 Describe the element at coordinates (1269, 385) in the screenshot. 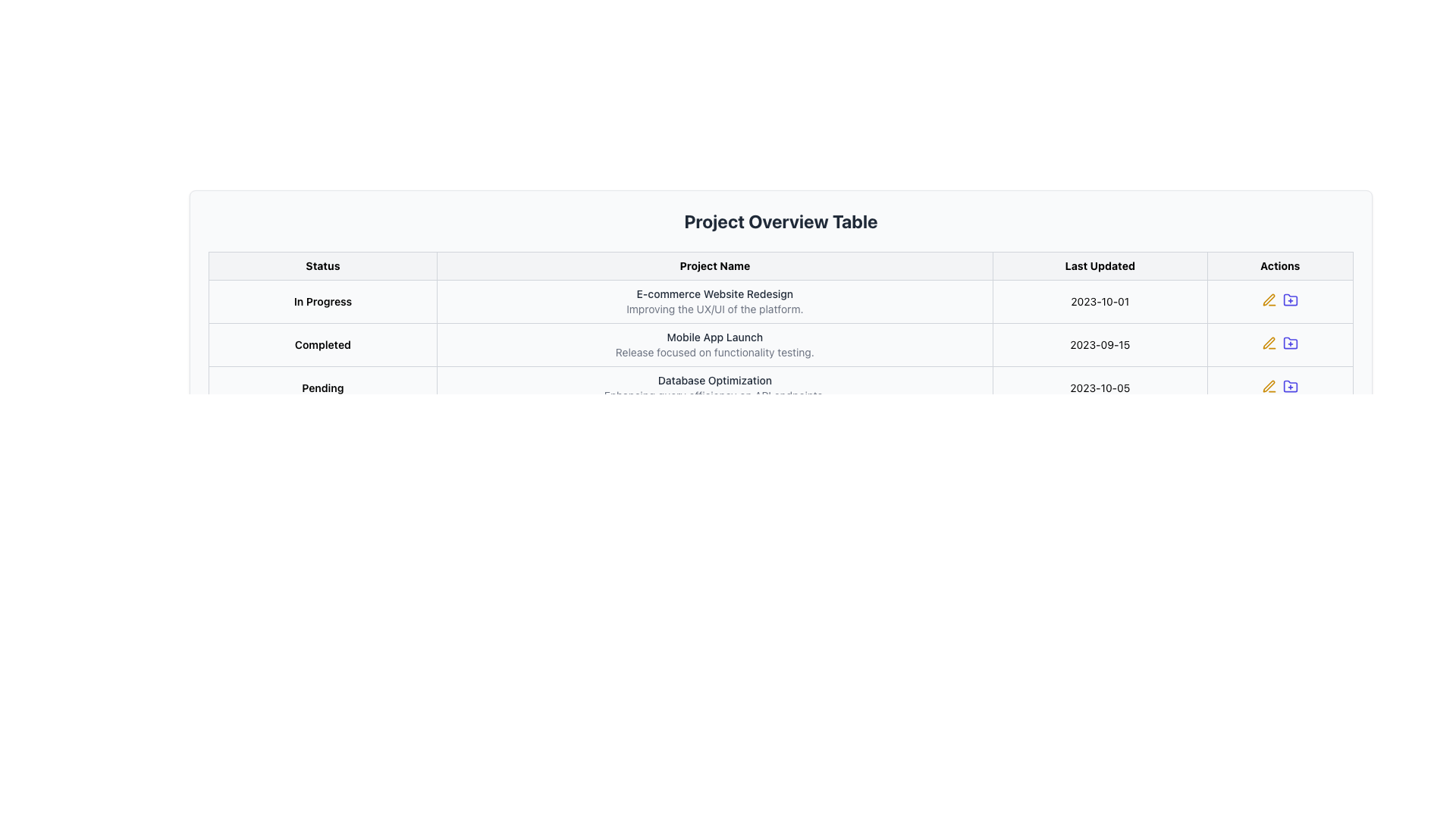

I see `the left-most action icon in the 'Actions' column of the 'Project Overview Table'` at that location.